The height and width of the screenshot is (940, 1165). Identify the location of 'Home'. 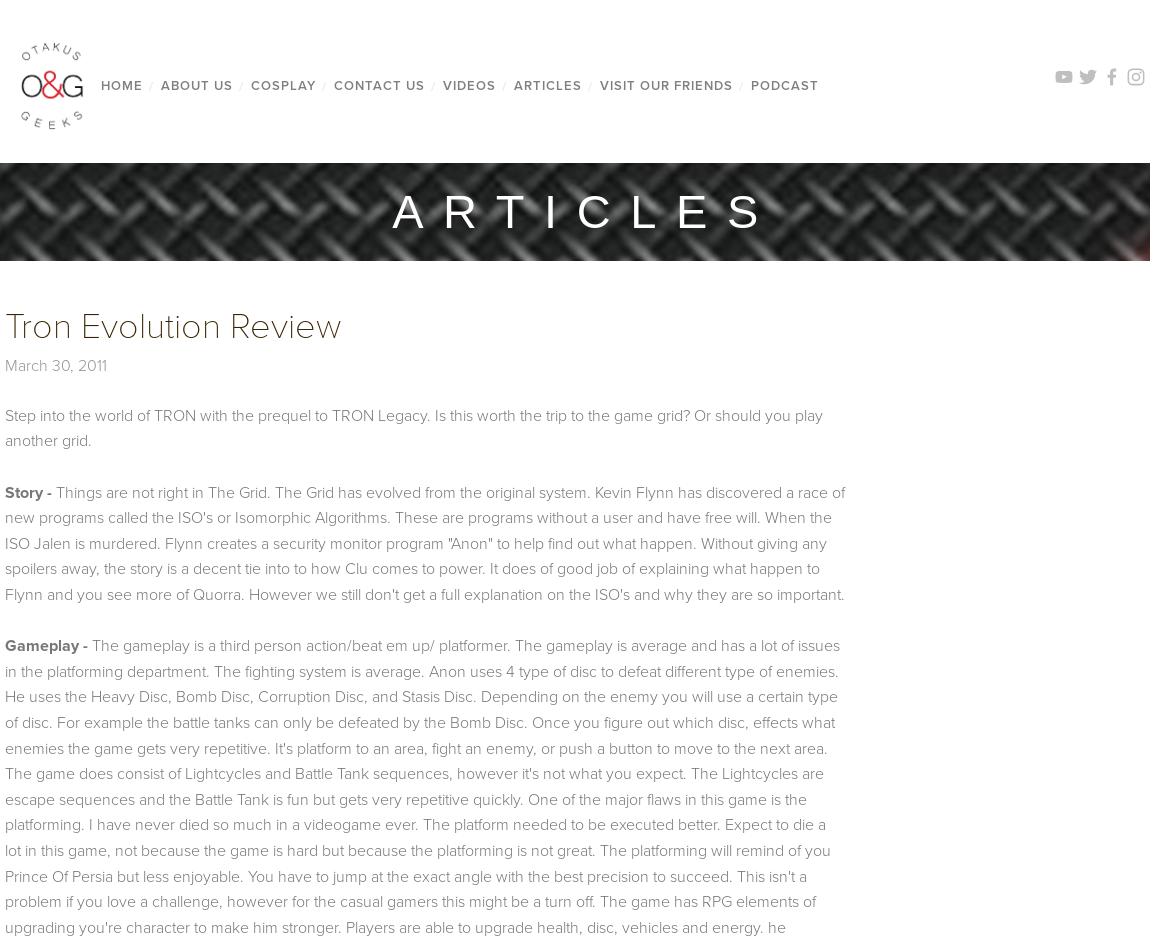
(121, 85).